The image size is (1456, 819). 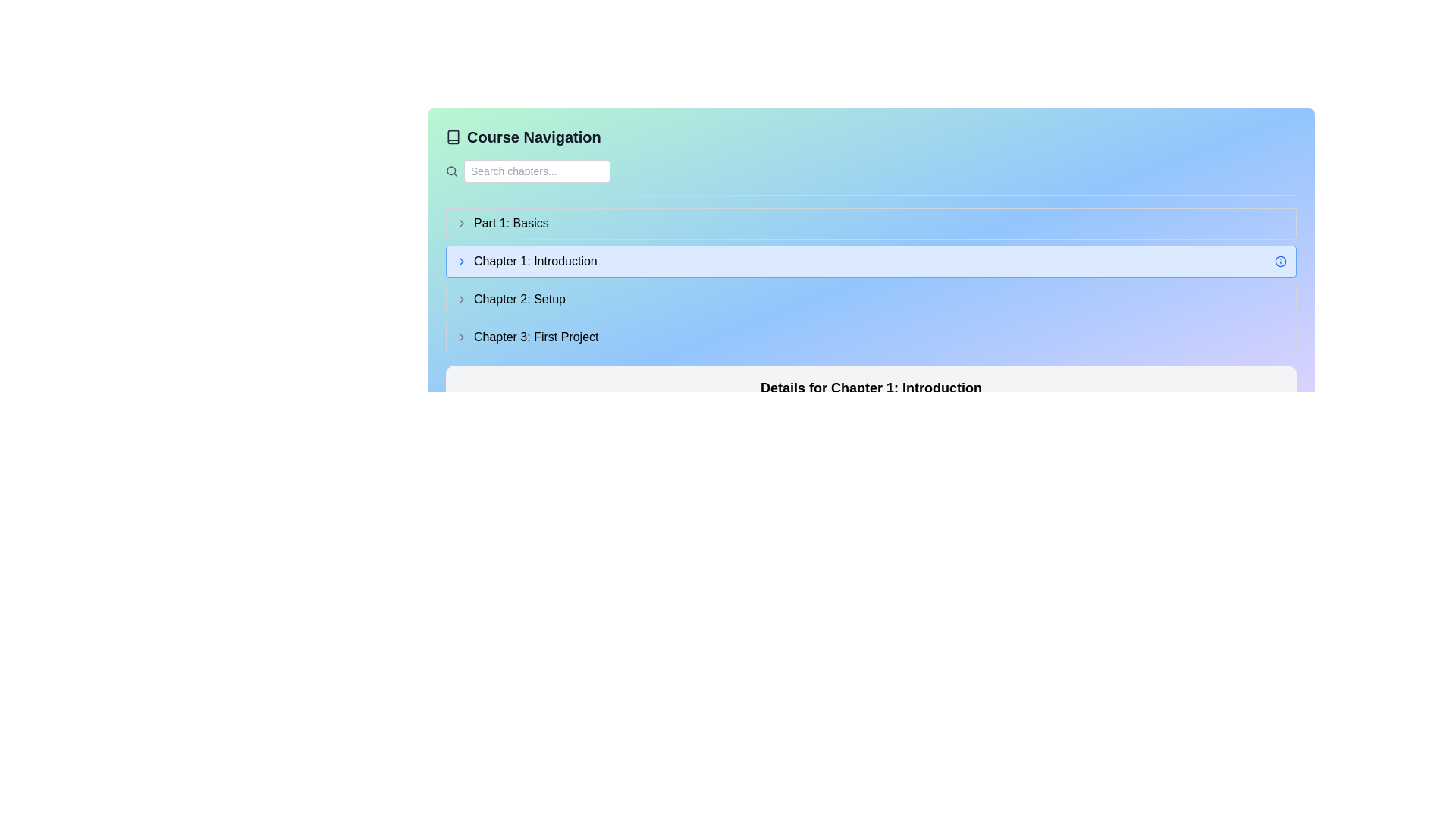 What do you see at coordinates (1280, 260) in the screenshot?
I see `the small circular information icon with a blue outline located at the far right of the row titled 'Chapter 1: Introduction'` at bounding box center [1280, 260].